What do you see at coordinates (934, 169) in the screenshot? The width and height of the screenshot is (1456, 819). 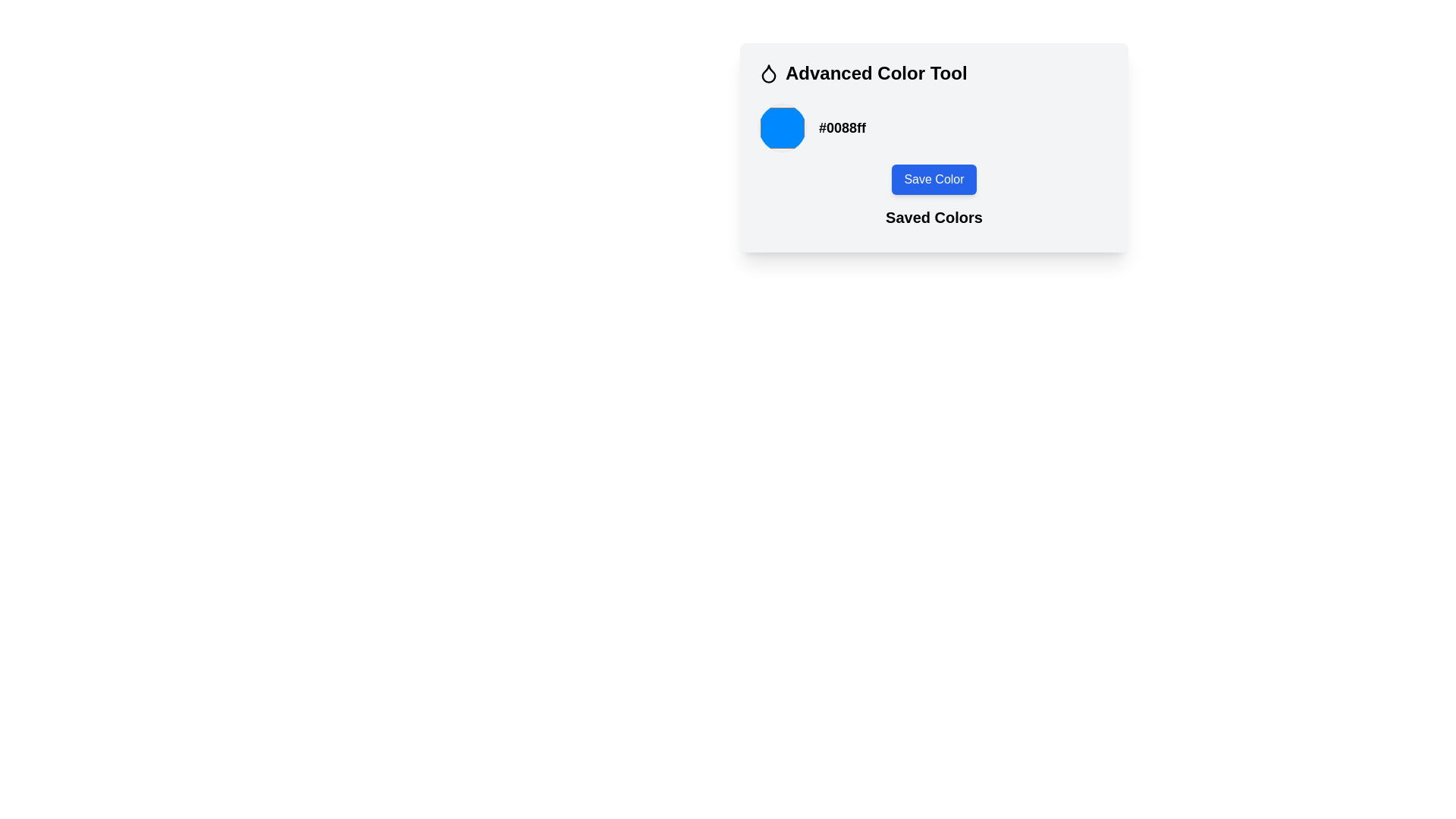 I see `the save color button which is centrally positioned below the color preview and to the left of the saved colors label` at bounding box center [934, 169].